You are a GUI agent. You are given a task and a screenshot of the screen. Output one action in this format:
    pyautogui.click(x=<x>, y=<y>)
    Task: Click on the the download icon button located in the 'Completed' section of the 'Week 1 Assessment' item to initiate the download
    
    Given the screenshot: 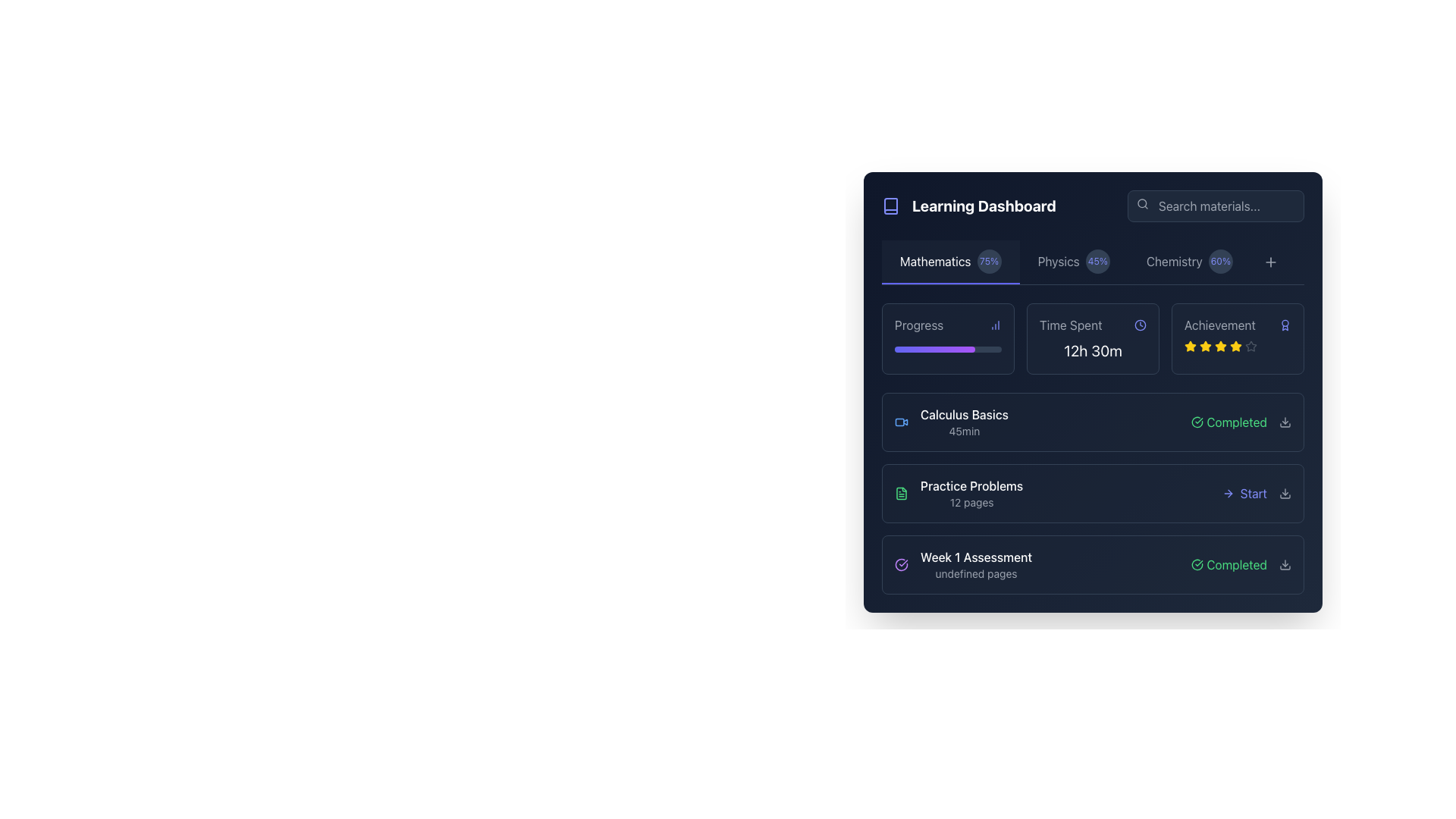 What is the action you would take?
    pyautogui.click(x=1284, y=564)
    